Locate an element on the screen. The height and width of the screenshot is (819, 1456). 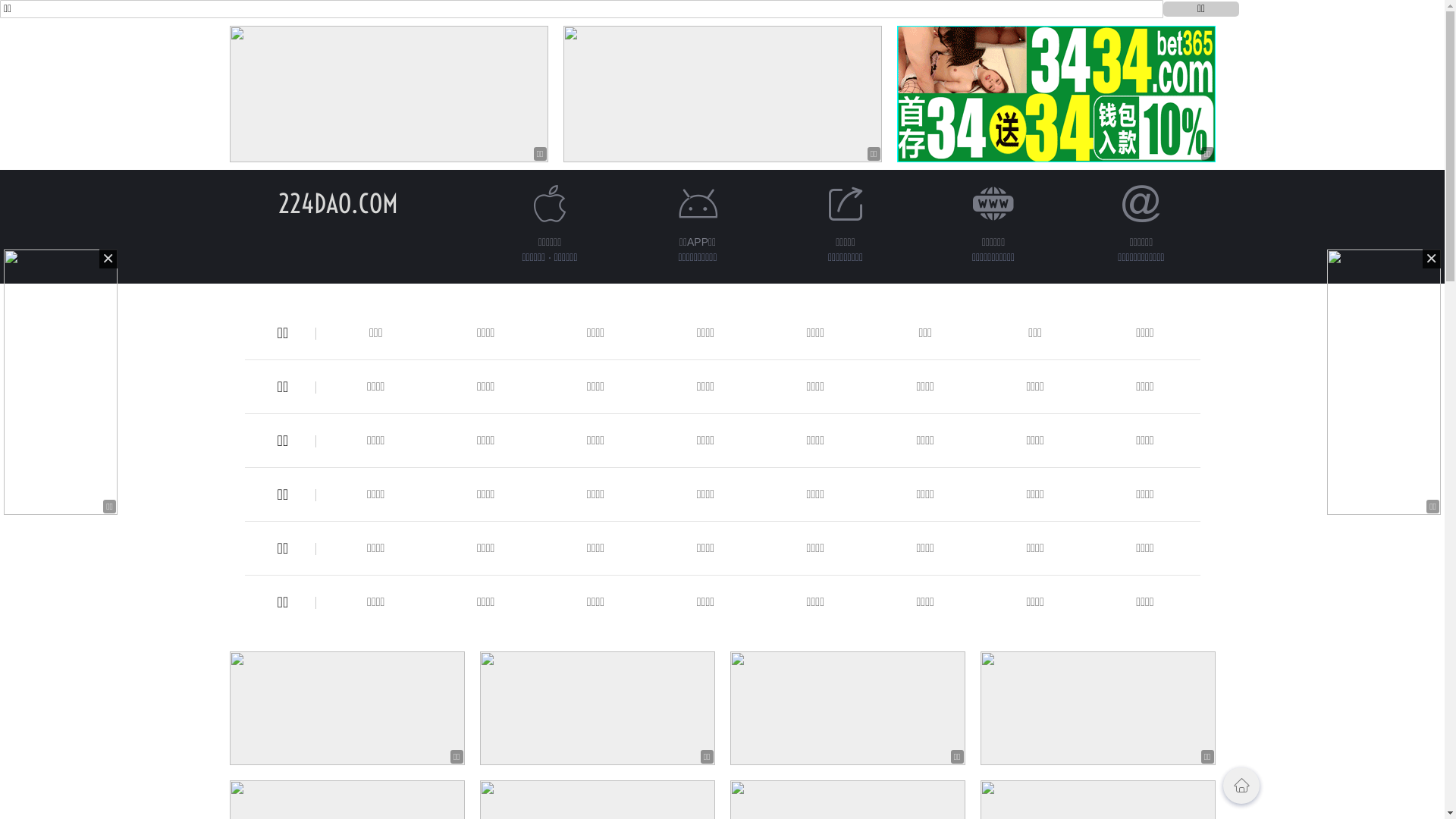
'224DAO.COM' is located at coordinates (337, 202).